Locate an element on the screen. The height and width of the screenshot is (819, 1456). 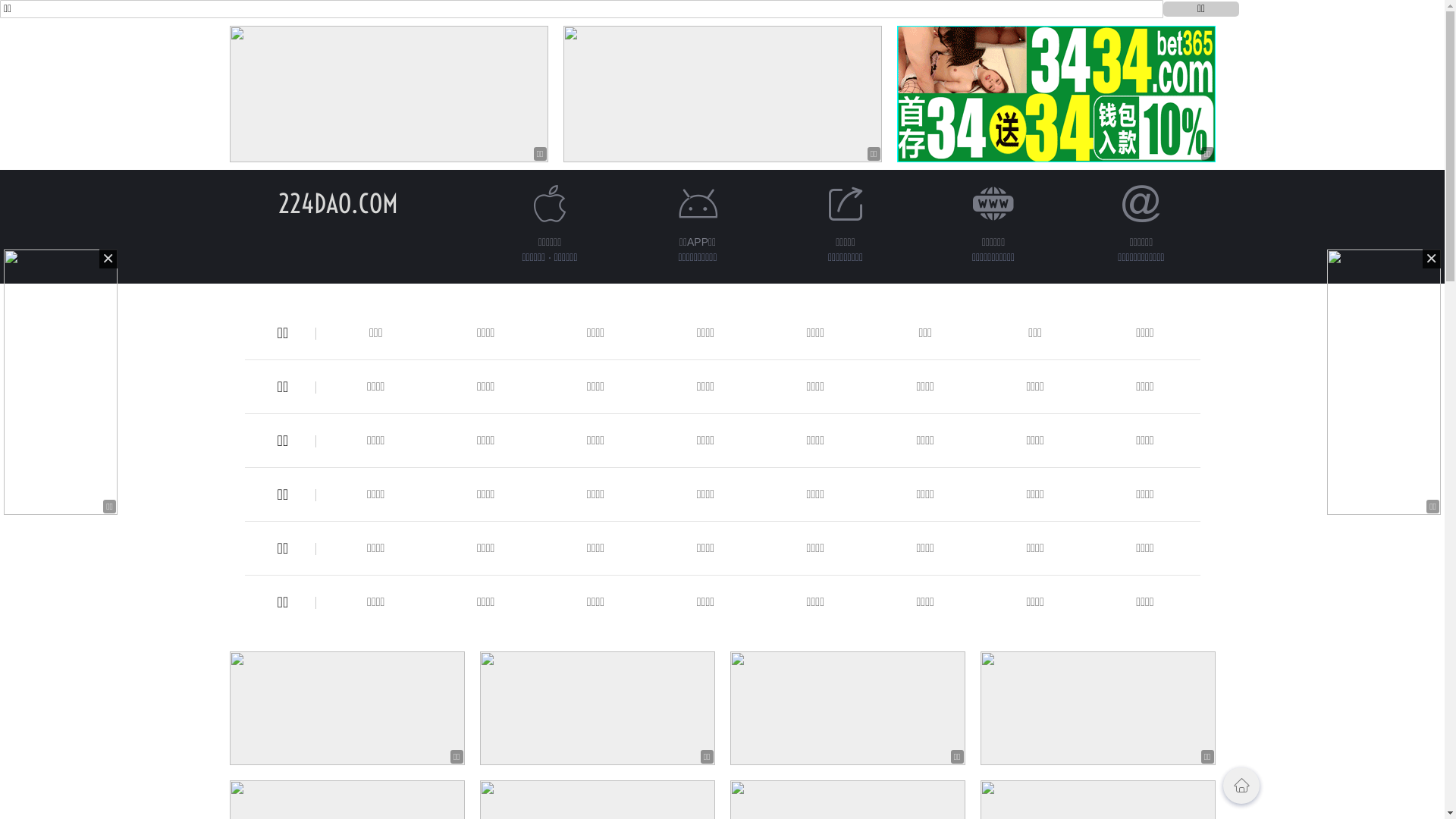
'224DAO.COM' is located at coordinates (337, 202).